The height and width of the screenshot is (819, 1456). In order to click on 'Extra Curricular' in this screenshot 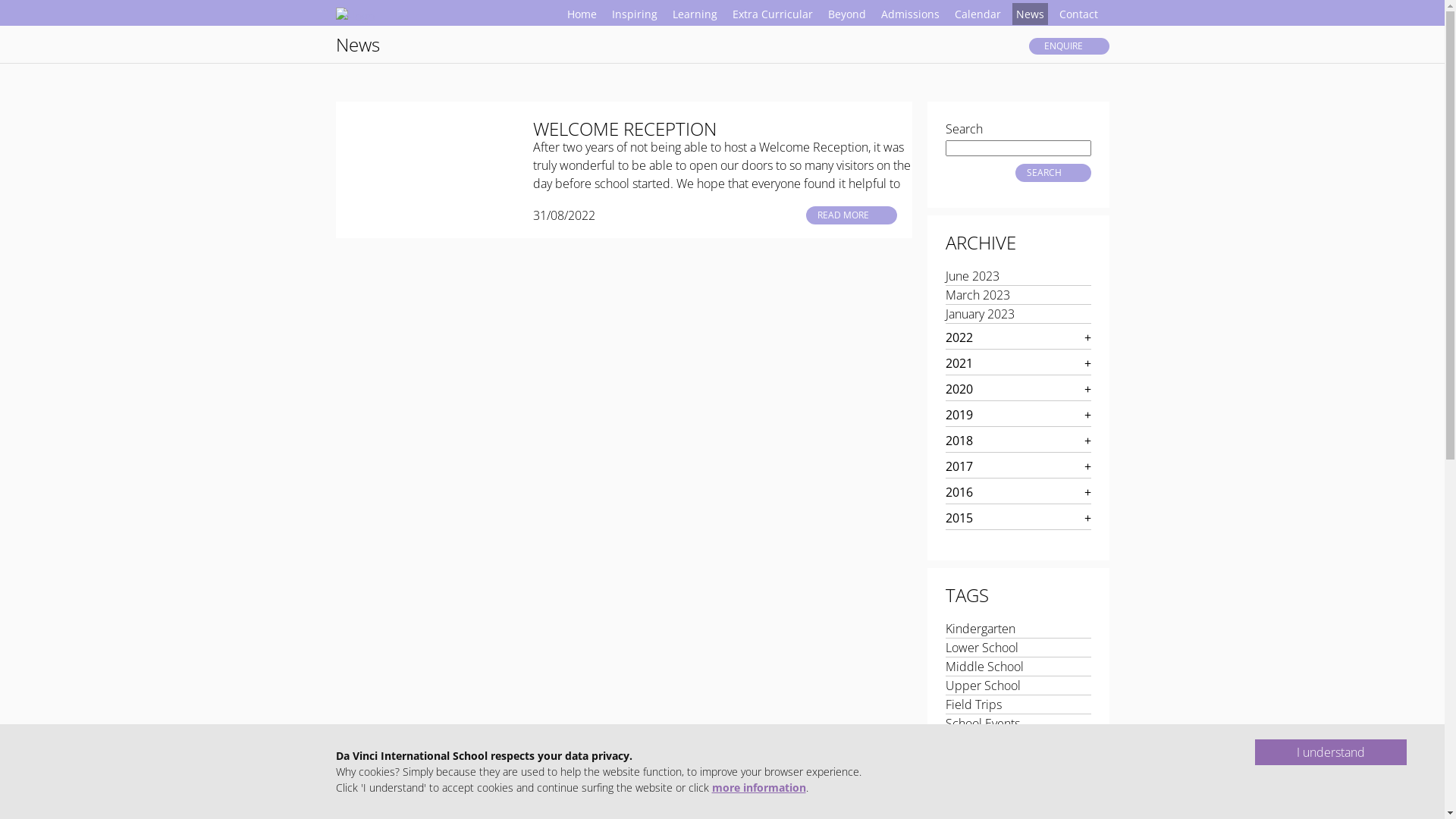, I will do `click(771, 14)`.